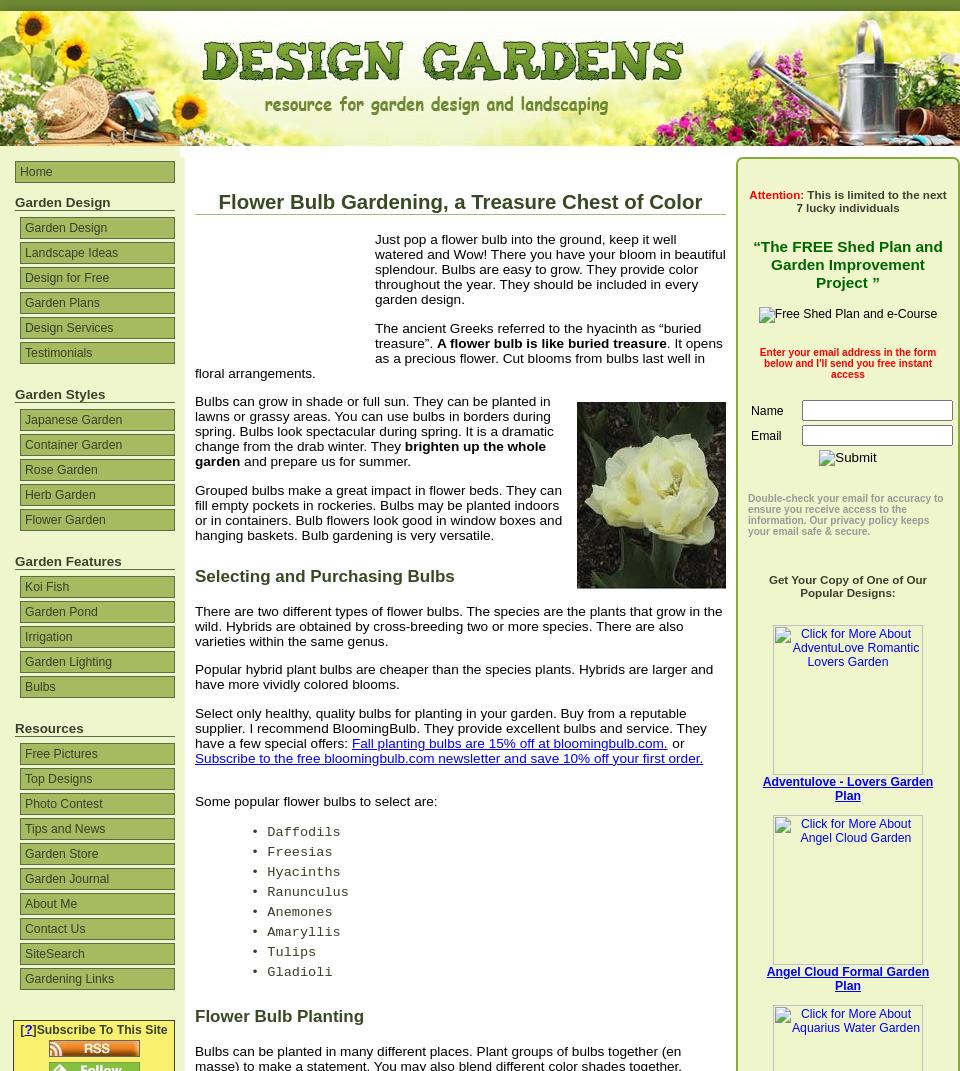 The height and width of the screenshot is (1071, 960). I want to click on 'A flower bulb is like buried treasure', so click(551, 341).